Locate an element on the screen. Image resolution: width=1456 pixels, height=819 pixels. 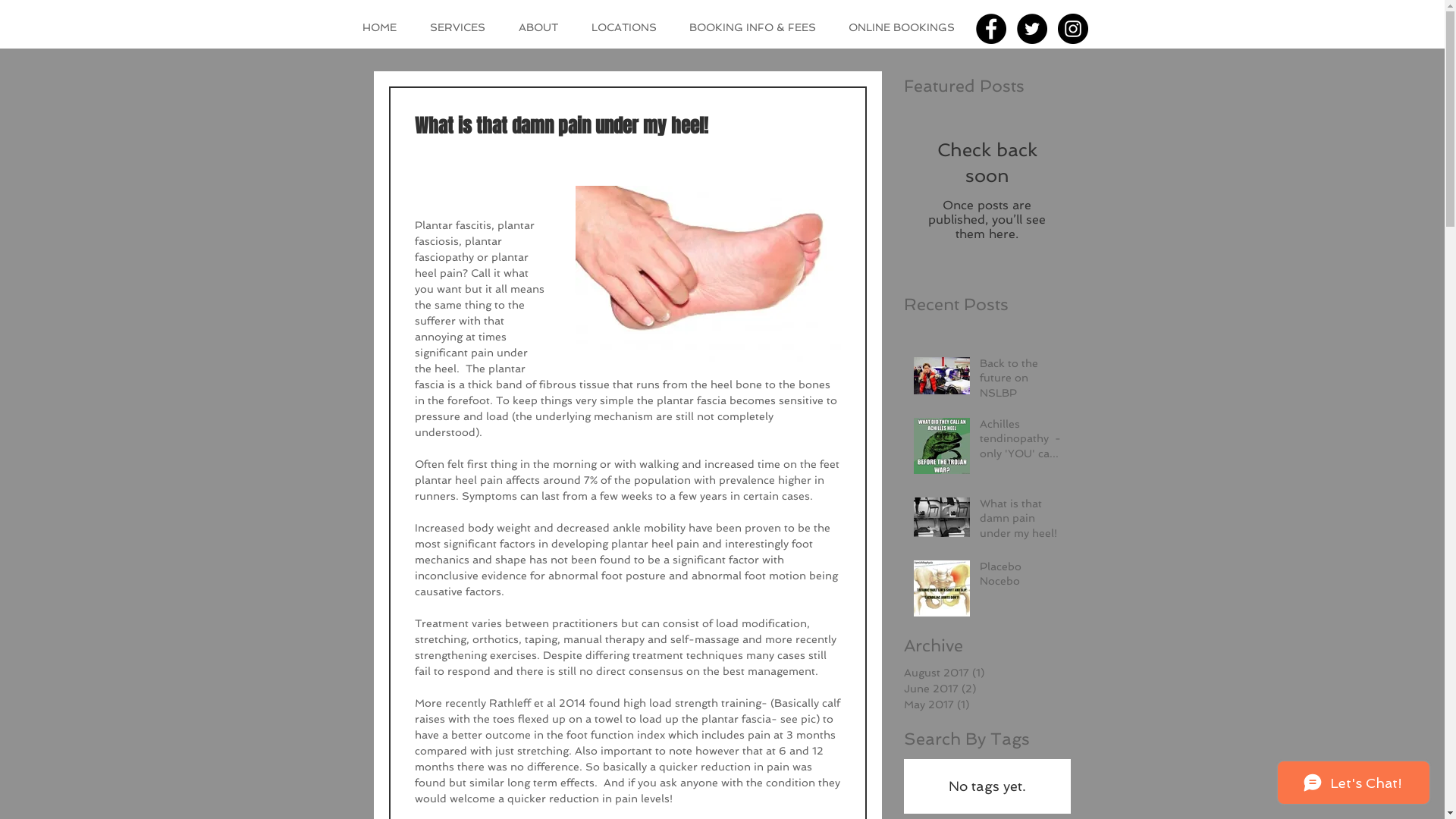
'Achilles tendinopathy  -only 'YOU' can fix it.' is located at coordinates (979, 442).